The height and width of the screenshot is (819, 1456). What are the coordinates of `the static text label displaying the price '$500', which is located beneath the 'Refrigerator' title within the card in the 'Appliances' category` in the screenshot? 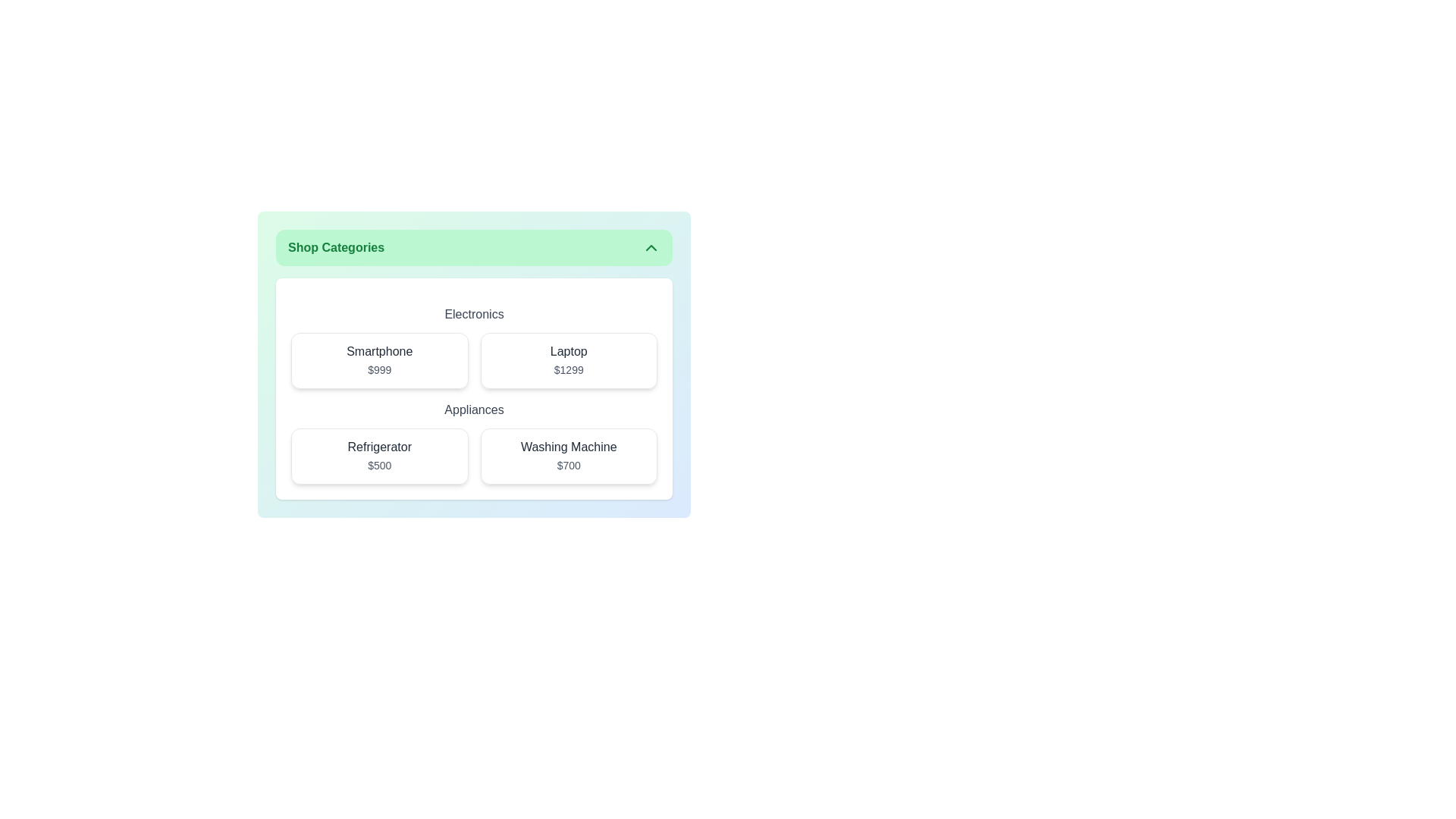 It's located at (379, 464).